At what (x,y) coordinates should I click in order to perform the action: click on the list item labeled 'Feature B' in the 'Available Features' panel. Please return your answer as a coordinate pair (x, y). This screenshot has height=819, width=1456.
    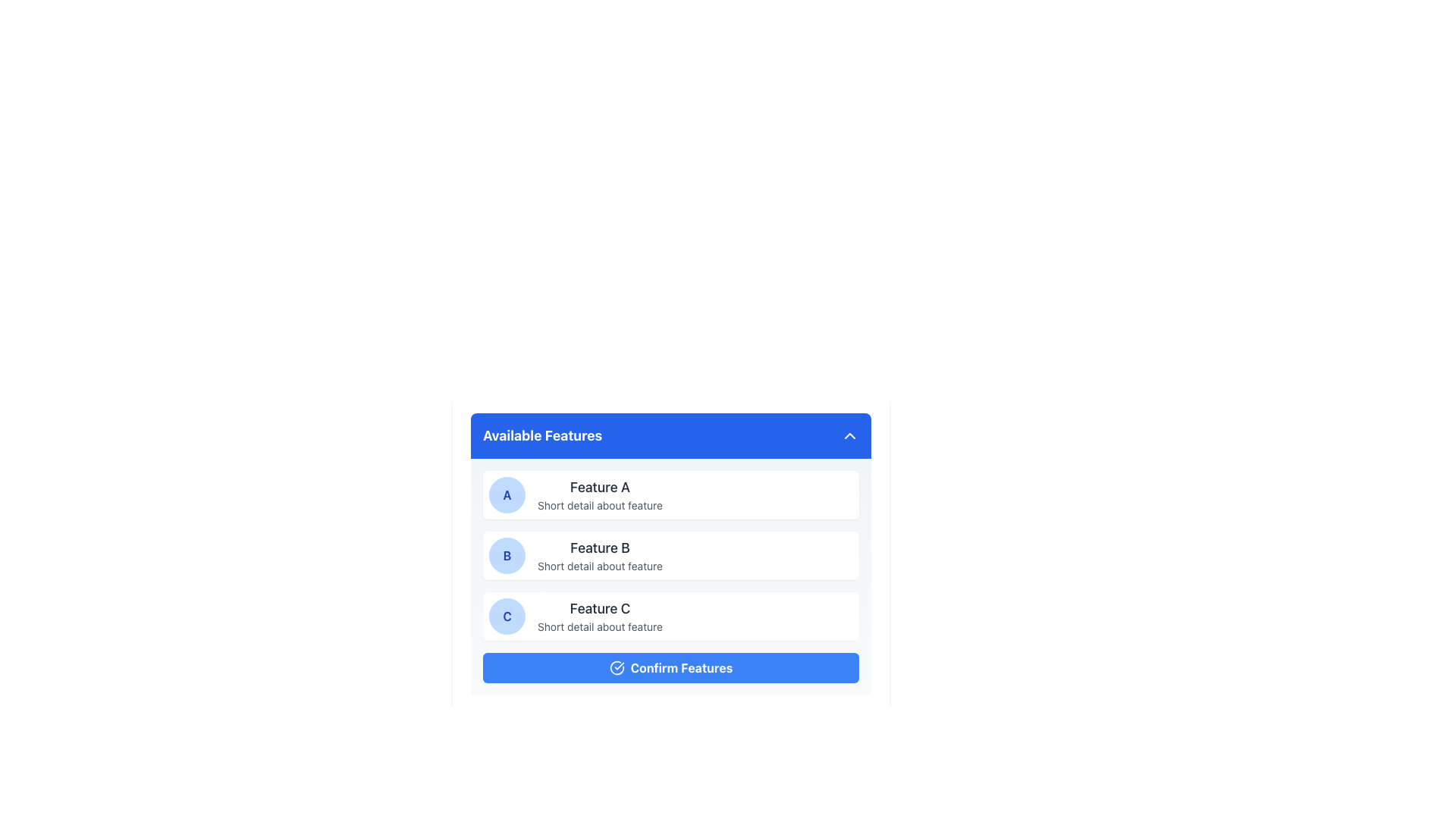
    Looking at the image, I should click on (670, 554).